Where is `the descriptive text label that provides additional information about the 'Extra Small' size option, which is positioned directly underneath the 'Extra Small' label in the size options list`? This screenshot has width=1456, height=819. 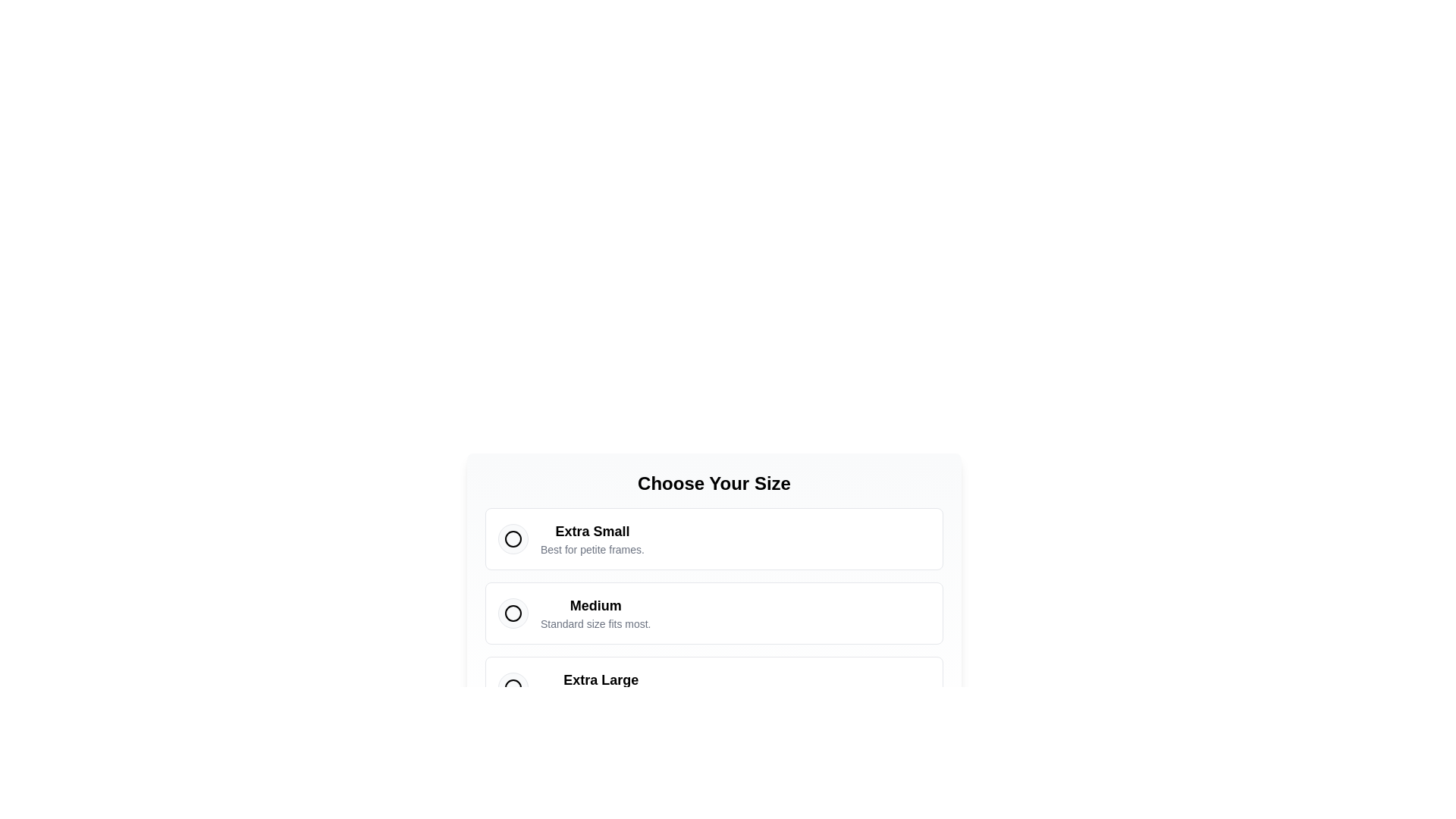 the descriptive text label that provides additional information about the 'Extra Small' size option, which is positioned directly underneath the 'Extra Small' label in the size options list is located at coordinates (591, 550).